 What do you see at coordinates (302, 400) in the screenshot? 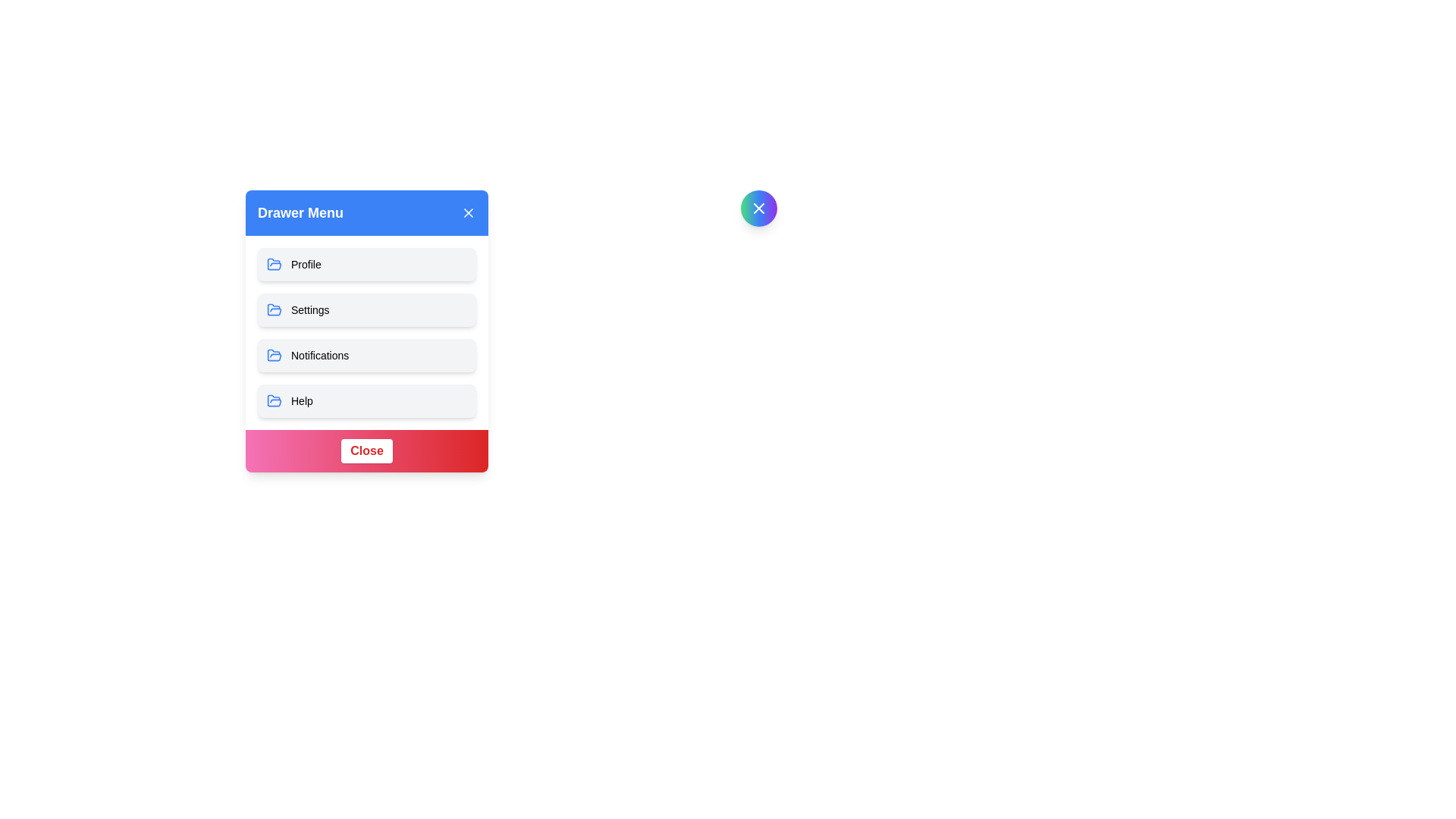
I see `the 'Help' text label, which is the last entry in a vertically stacked menu of assistance options` at bounding box center [302, 400].